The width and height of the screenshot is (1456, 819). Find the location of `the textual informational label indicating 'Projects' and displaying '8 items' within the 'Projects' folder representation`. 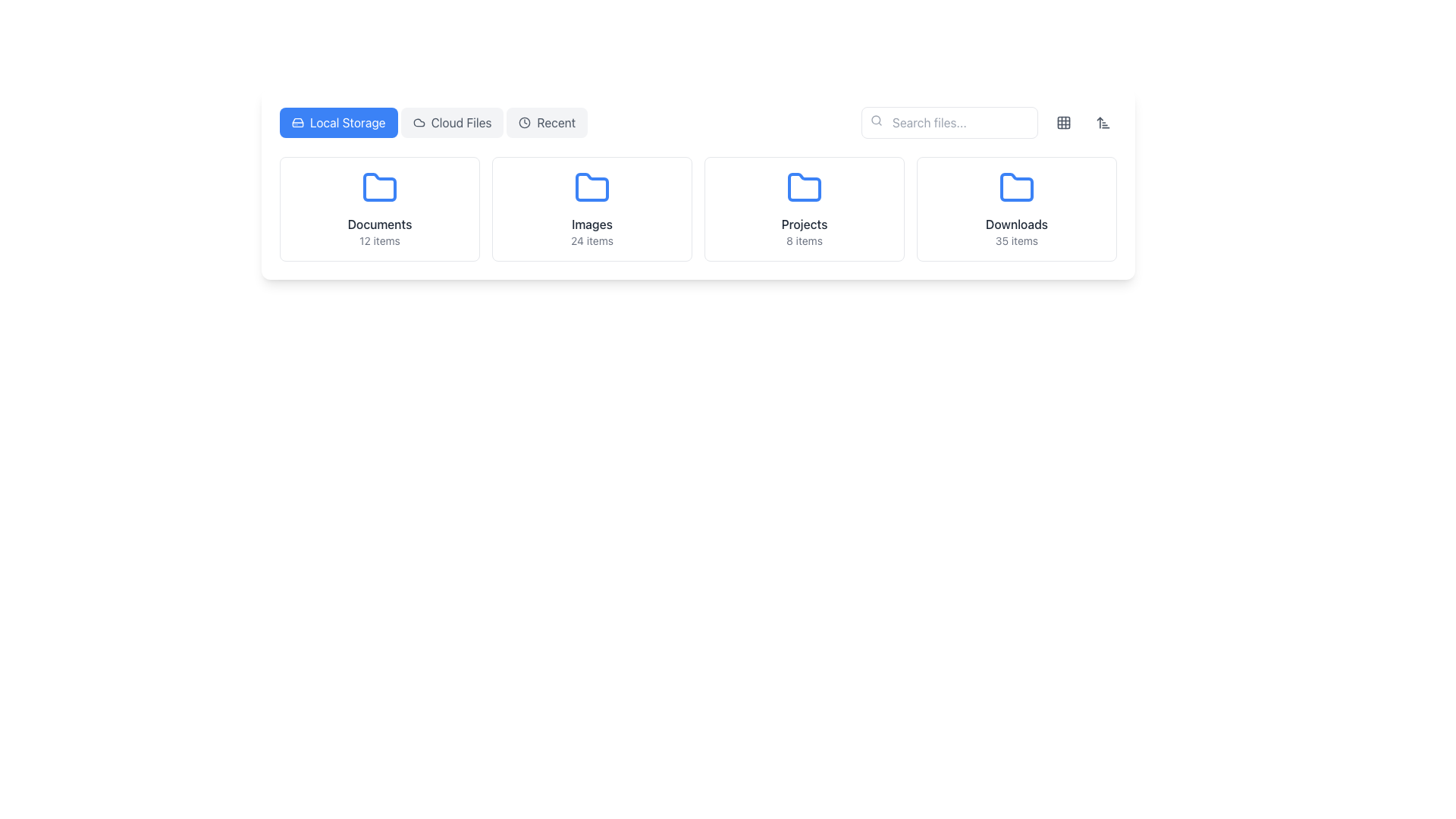

the textual informational label indicating 'Projects' and displaying '8 items' within the 'Projects' folder representation is located at coordinates (803, 231).